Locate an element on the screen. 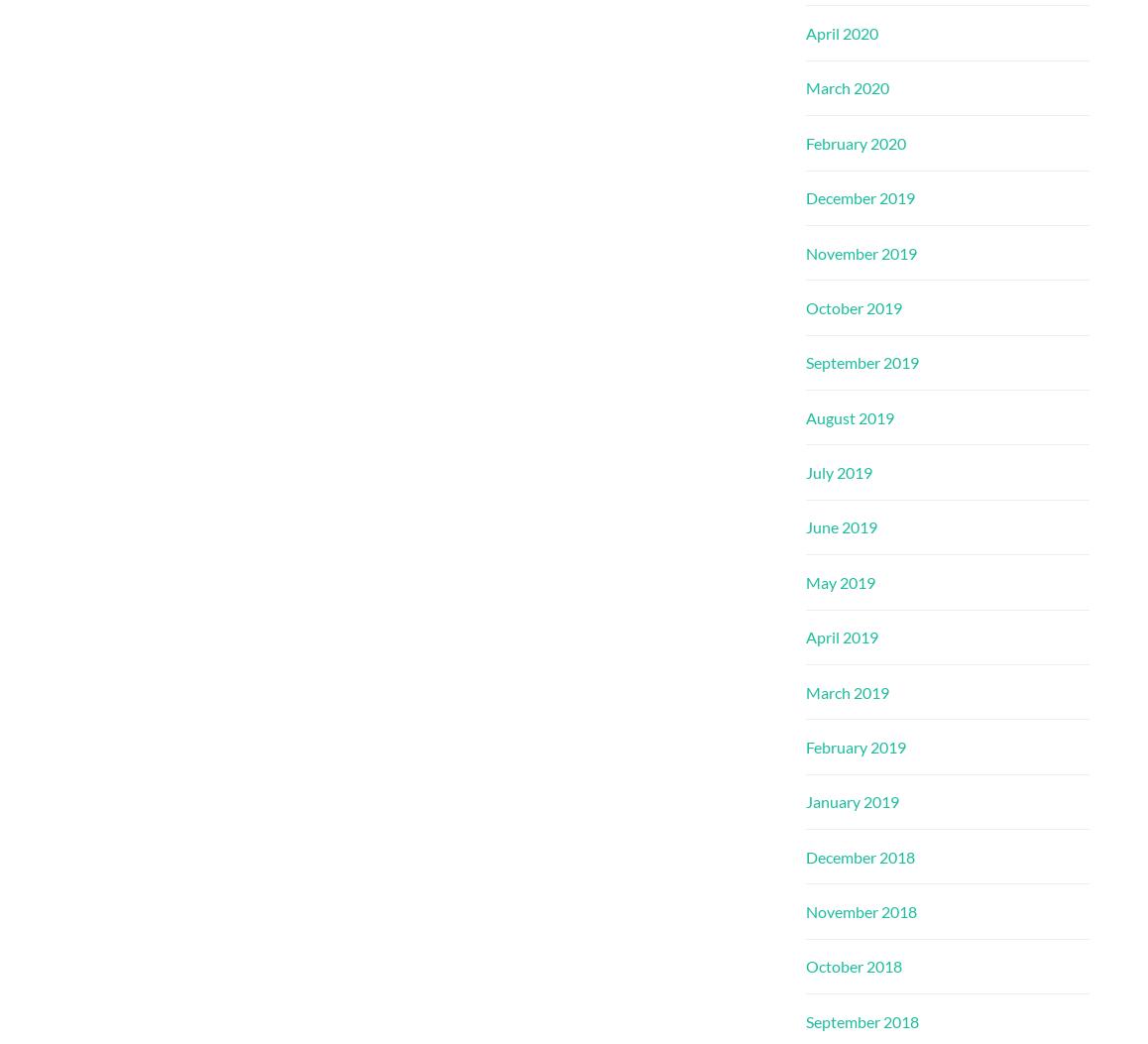  'October 2019' is located at coordinates (853, 306).